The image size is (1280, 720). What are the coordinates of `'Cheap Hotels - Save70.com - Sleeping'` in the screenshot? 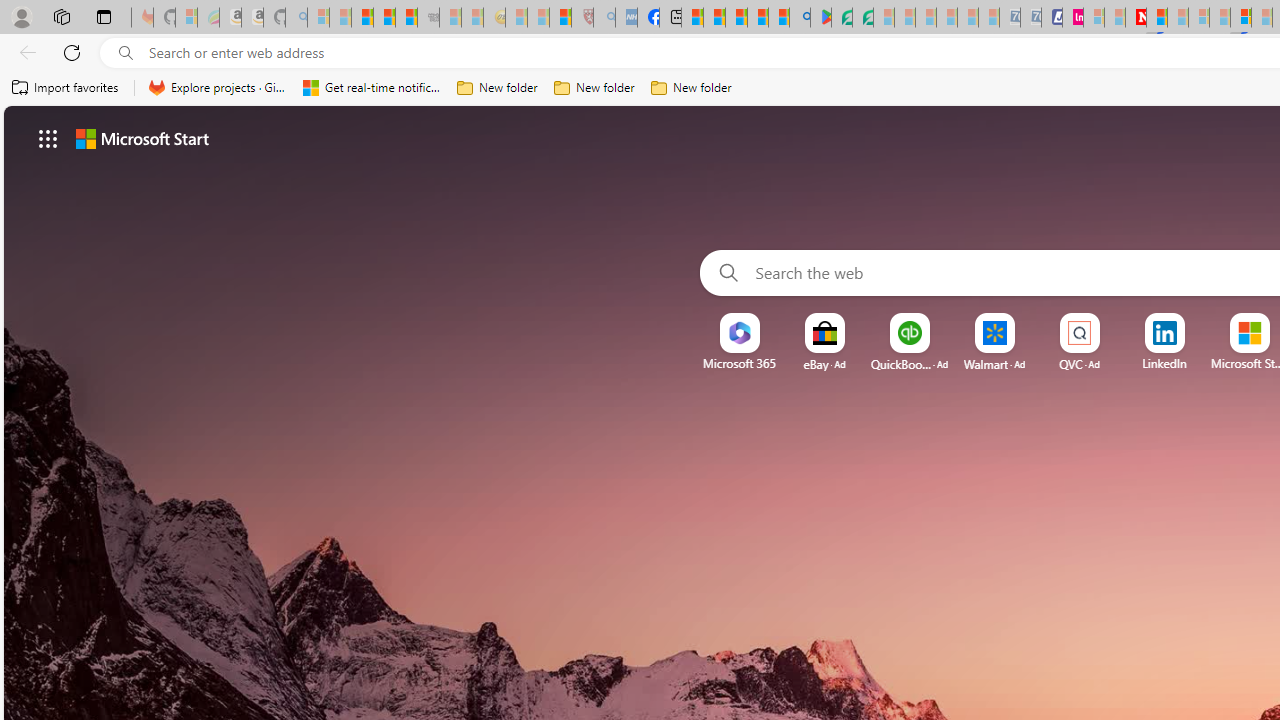 It's located at (1031, 17).